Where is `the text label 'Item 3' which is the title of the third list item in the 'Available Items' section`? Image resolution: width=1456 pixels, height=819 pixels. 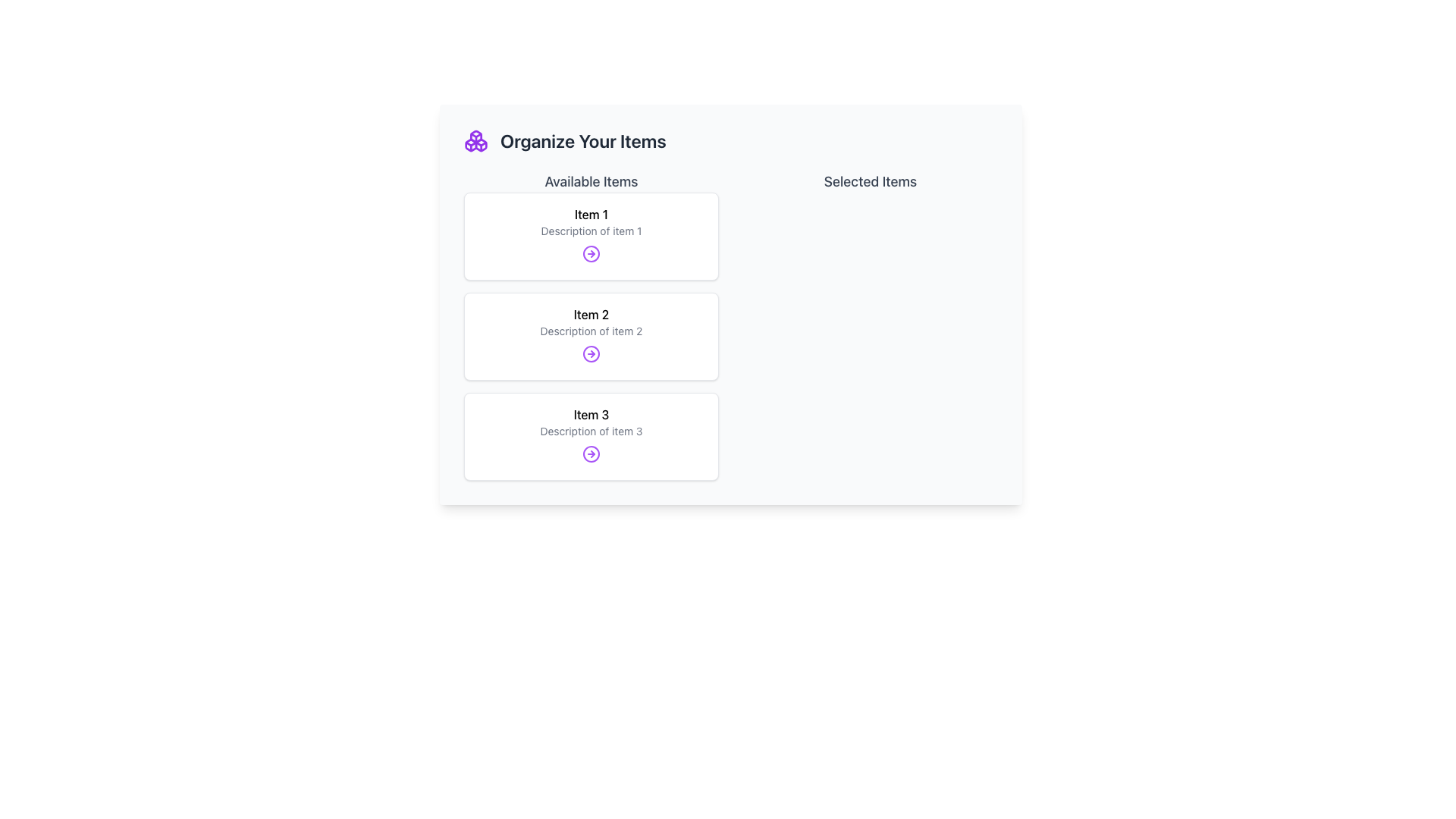
the text label 'Item 3' which is the title of the third list item in the 'Available Items' section is located at coordinates (590, 415).